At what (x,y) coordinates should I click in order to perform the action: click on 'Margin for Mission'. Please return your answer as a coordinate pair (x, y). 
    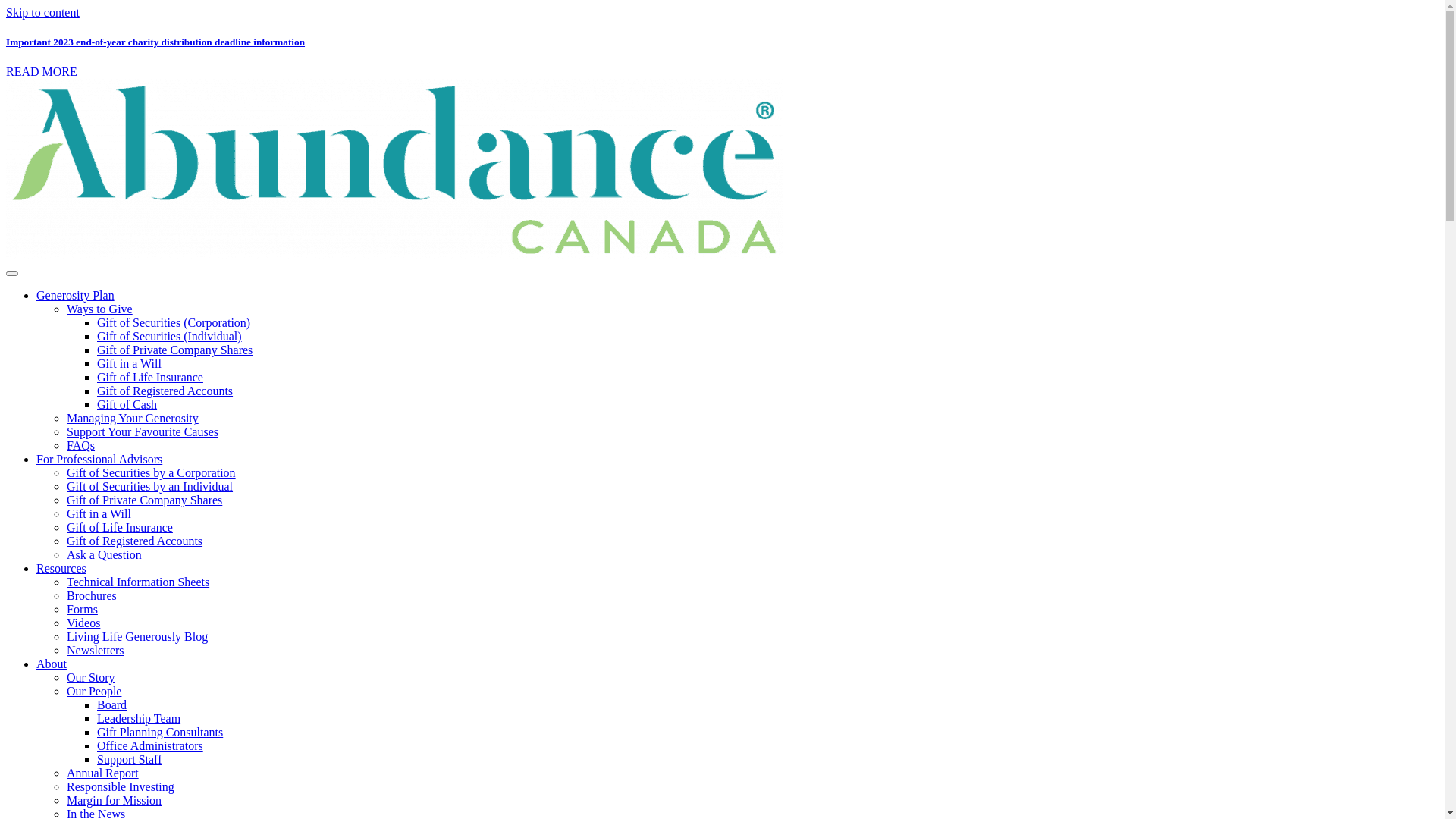
    Looking at the image, I should click on (65, 799).